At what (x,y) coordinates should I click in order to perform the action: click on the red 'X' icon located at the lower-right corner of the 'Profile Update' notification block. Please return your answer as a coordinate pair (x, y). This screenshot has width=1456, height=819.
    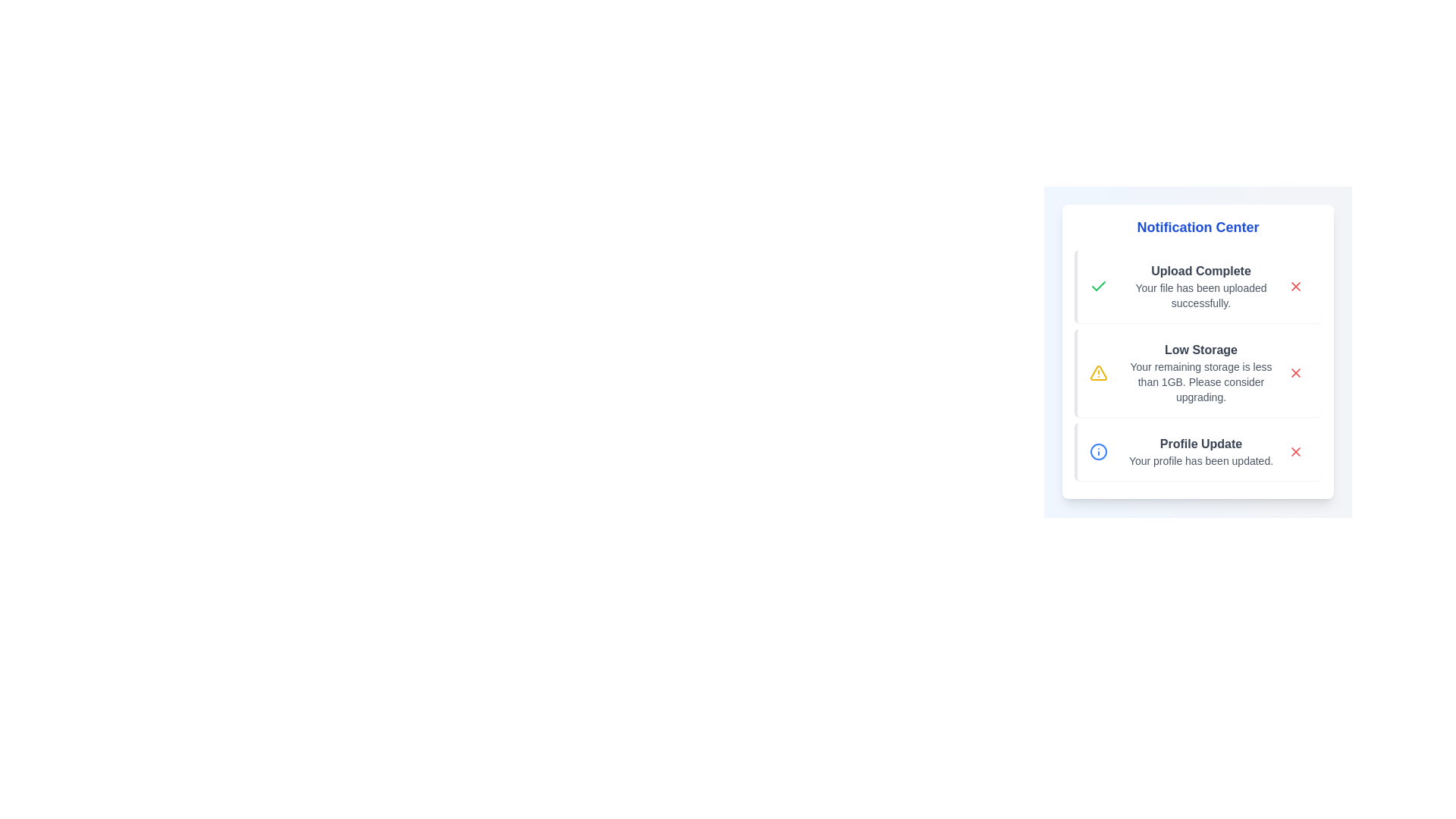
    Looking at the image, I should click on (1294, 451).